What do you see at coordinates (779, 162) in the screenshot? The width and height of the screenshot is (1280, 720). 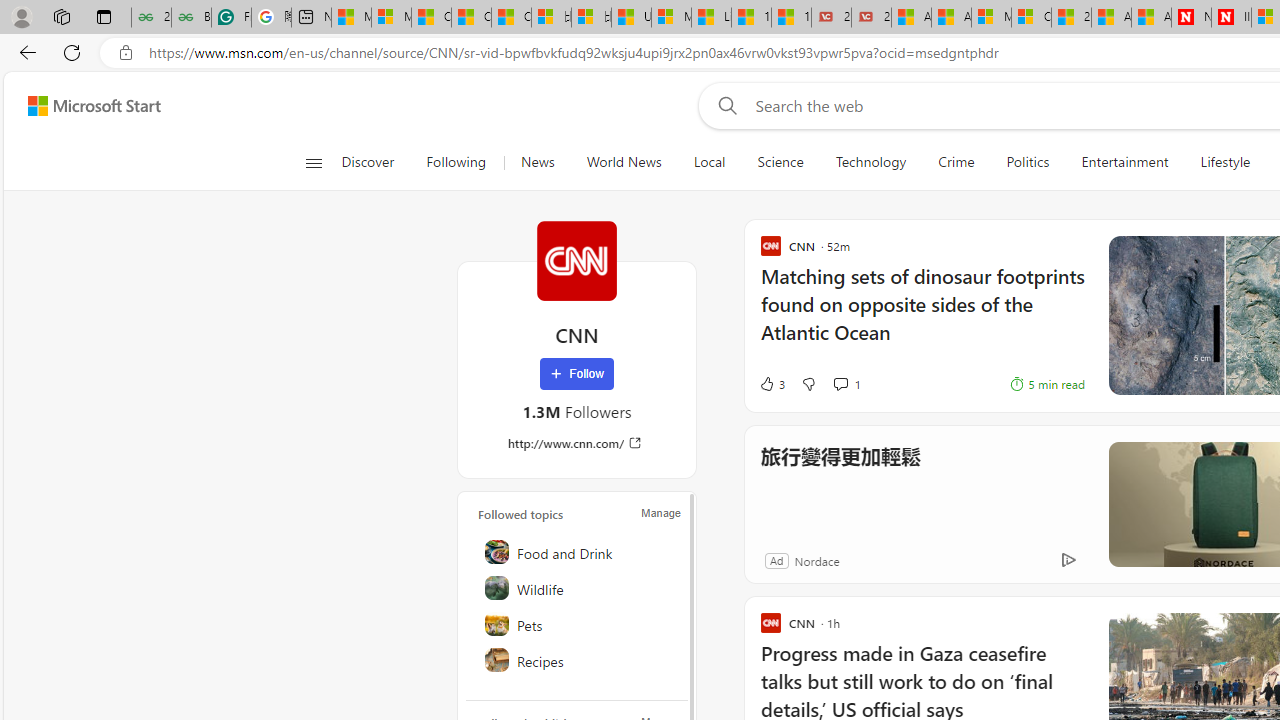 I see `'Science'` at bounding box center [779, 162].